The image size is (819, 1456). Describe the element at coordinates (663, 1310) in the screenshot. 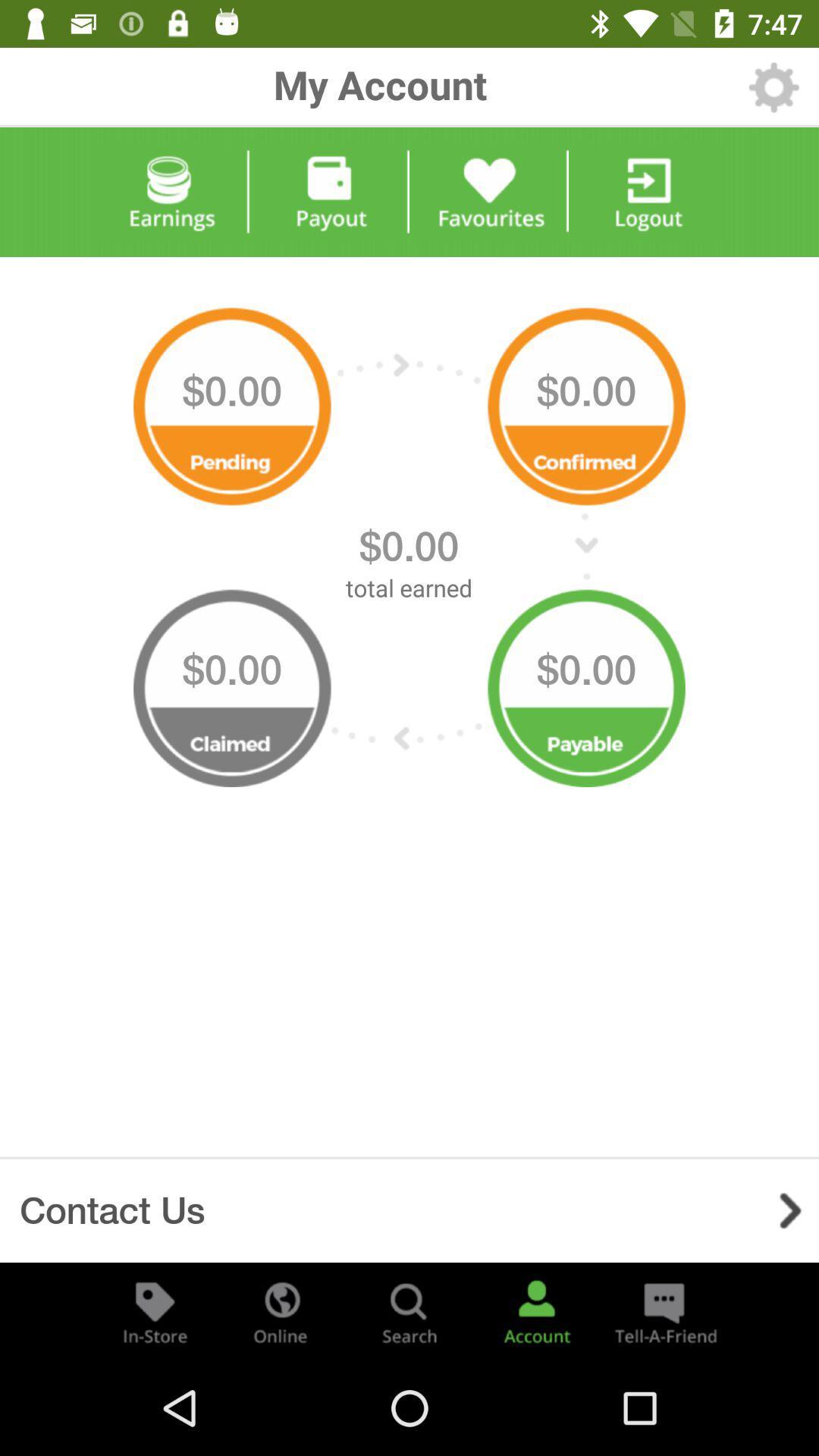

I see `tell a friend` at that location.